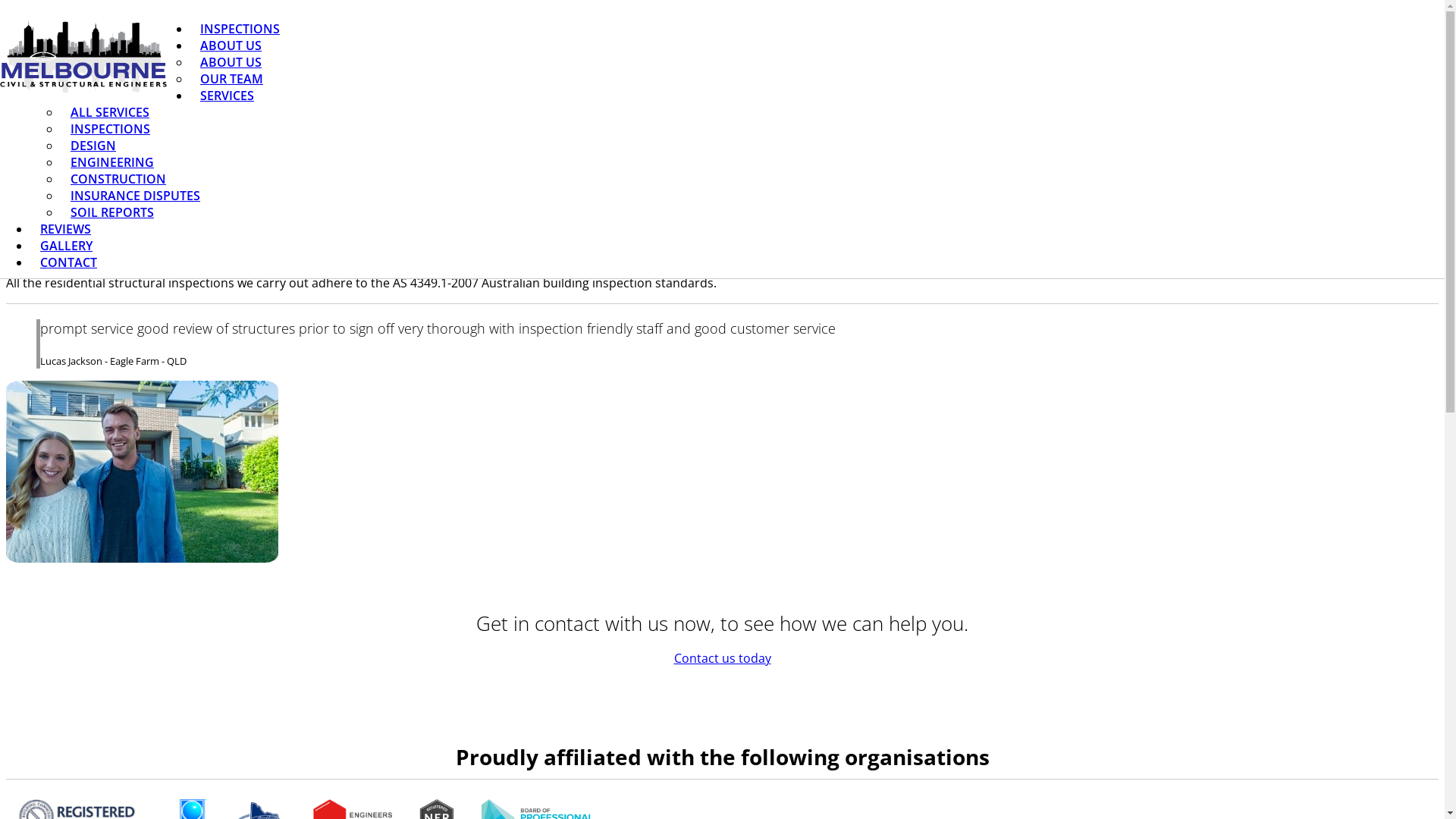 The width and height of the screenshot is (1456, 819). I want to click on 'ABOUT US', so click(230, 61).